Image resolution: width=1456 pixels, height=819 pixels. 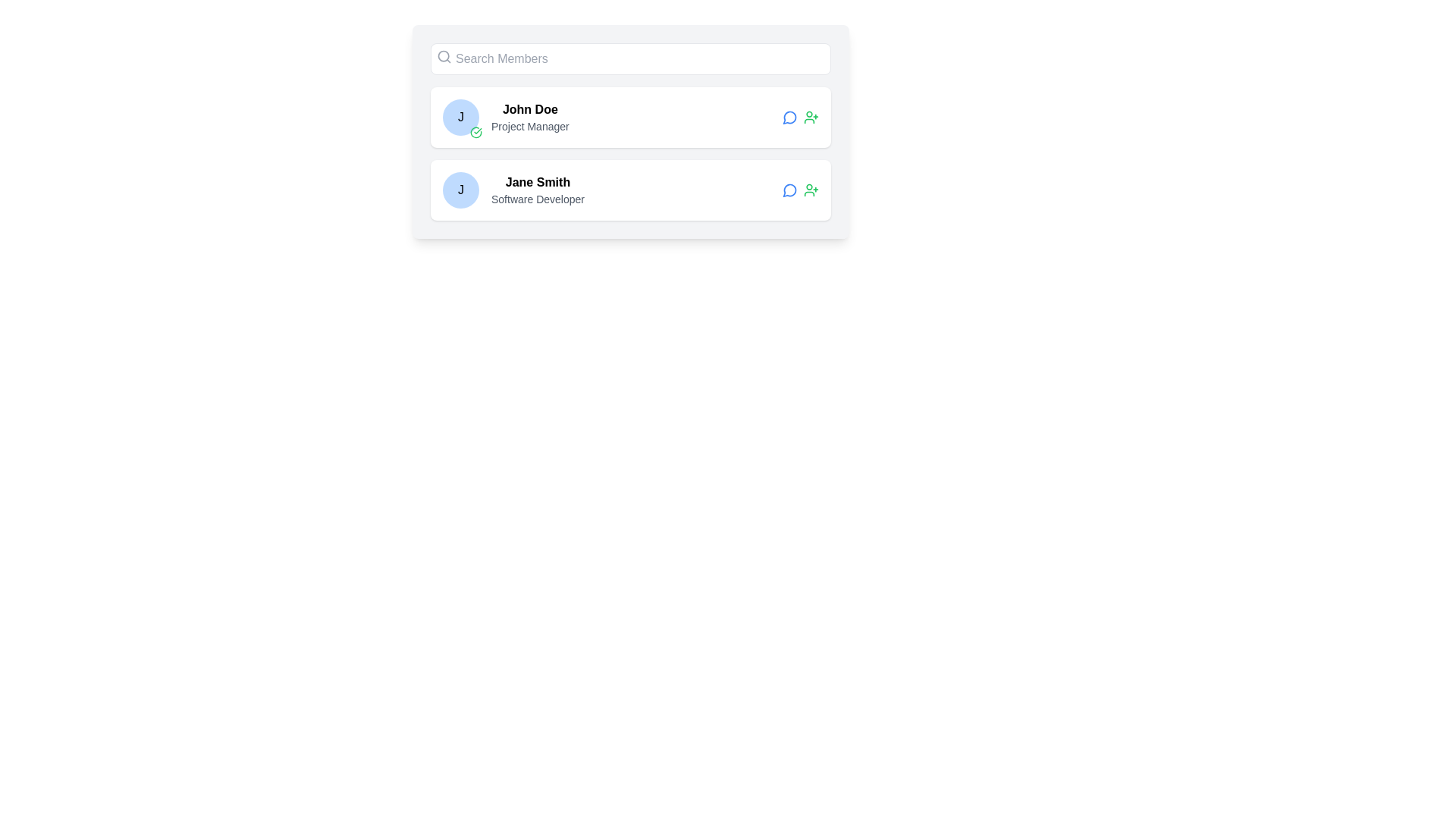 I want to click on the text display showing 'John Doe' and 'Project Manager' located in the top list item of a vertical list, to the right of the circular icon with the letter 'J', so click(x=530, y=116).